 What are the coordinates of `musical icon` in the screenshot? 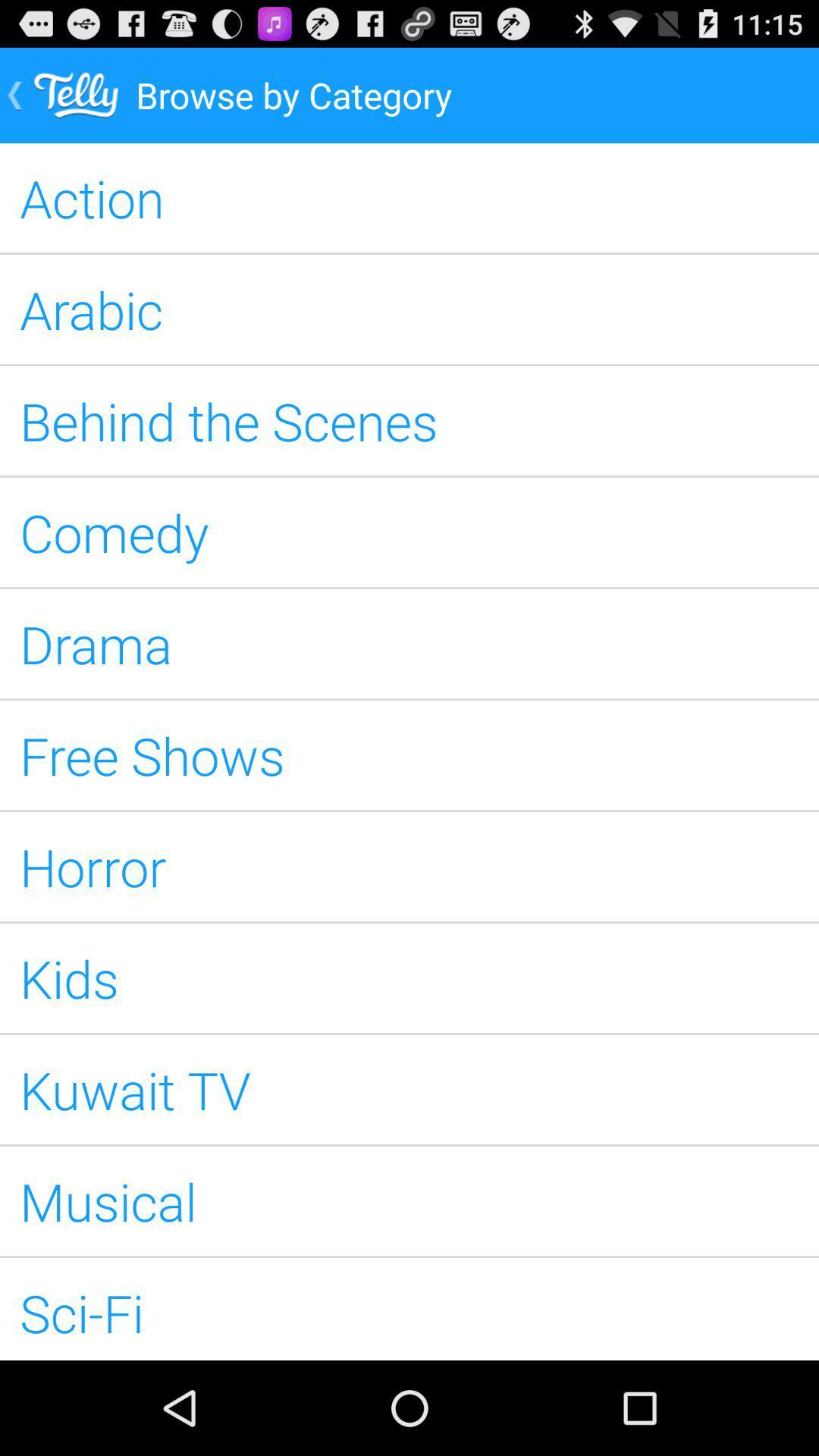 It's located at (409, 1200).